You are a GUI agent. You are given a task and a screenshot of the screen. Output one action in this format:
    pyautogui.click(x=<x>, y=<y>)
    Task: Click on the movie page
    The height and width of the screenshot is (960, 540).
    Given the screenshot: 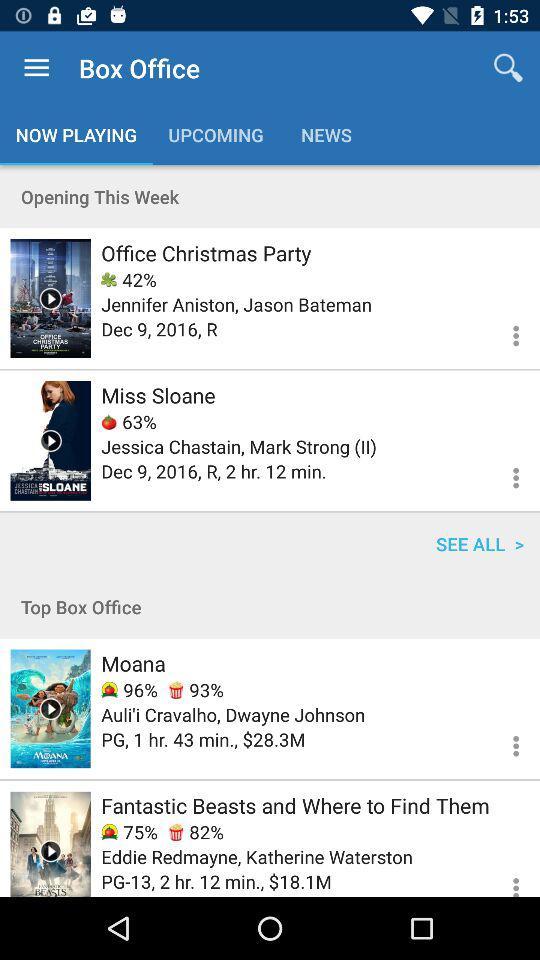 What is the action you would take?
    pyautogui.click(x=50, y=440)
    